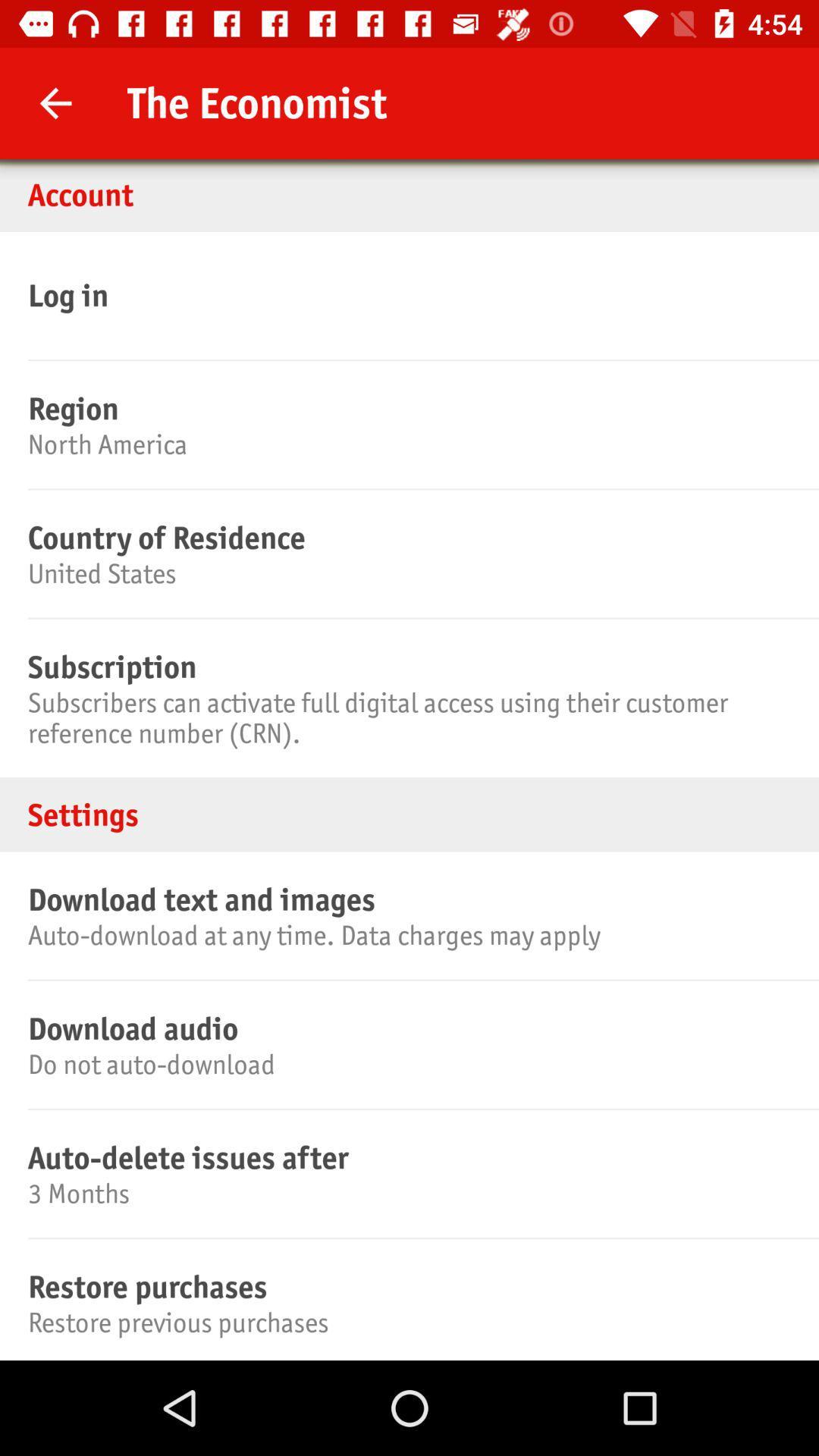 This screenshot has height=1456, width=819. Describe the element at coordinates (55, 102) in the screenshot. I see `item above the account icon` at that location.